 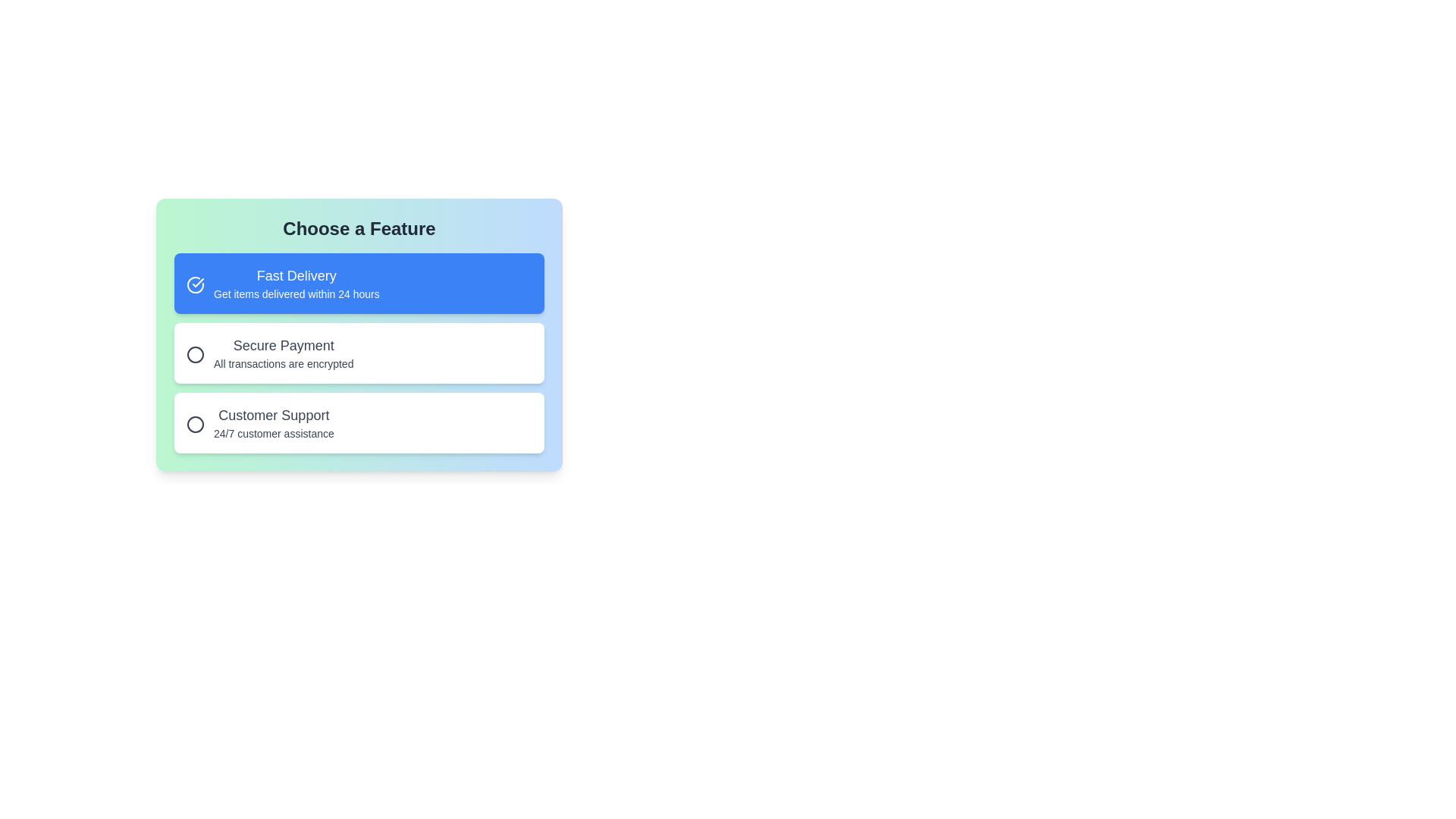 I want to click on the 'Secure Payment' selectable card with a radio button located in the second position of the list under the 'Choose a Feature' header, so click(x=359, y=380).